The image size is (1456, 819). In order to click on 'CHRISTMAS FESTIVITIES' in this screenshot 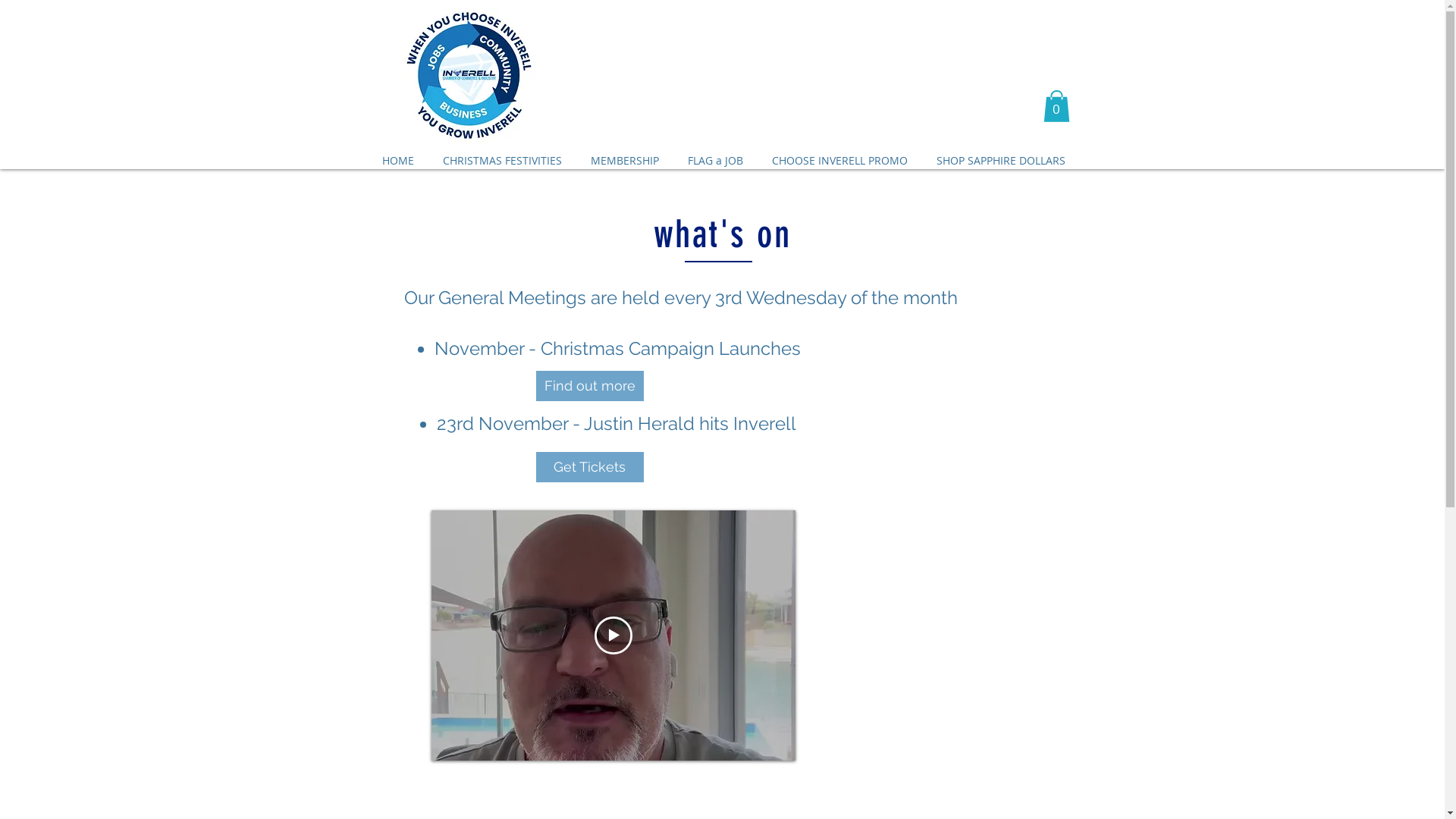, I will do `click(427, 160)`.